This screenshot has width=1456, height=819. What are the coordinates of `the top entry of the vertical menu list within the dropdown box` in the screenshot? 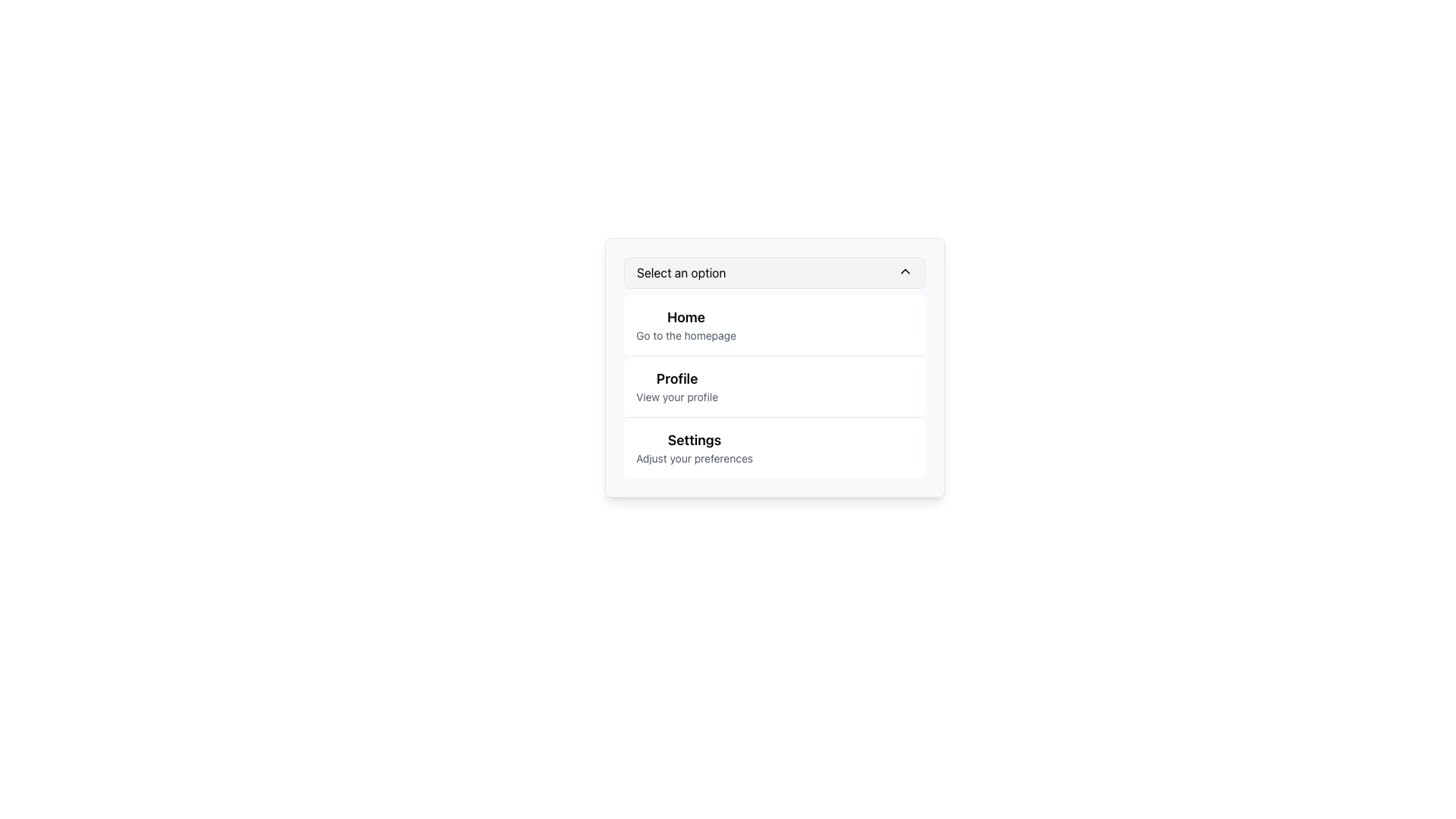 It's located at (684, 324).